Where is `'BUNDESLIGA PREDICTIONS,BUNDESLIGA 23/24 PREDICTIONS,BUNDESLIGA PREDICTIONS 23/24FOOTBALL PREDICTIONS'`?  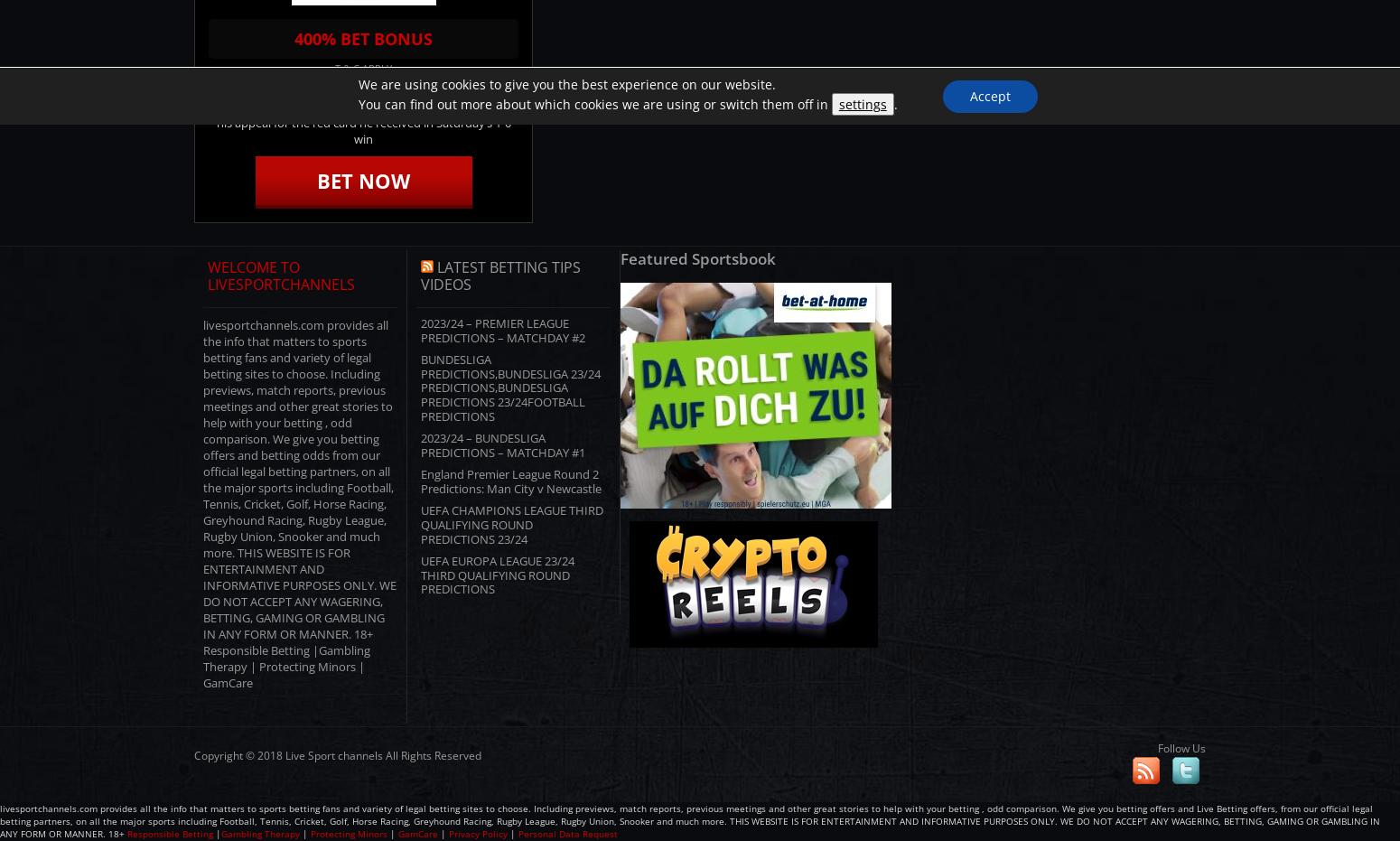
'BUNDESLIGA PREDICTIONS,BUNDESLIGA 23/24 PREDICTIONS,BUNDESLIGA PREDICTIONS 23/24FOOTBALL PREDICTIONS' is located at coordinates (510, 387).